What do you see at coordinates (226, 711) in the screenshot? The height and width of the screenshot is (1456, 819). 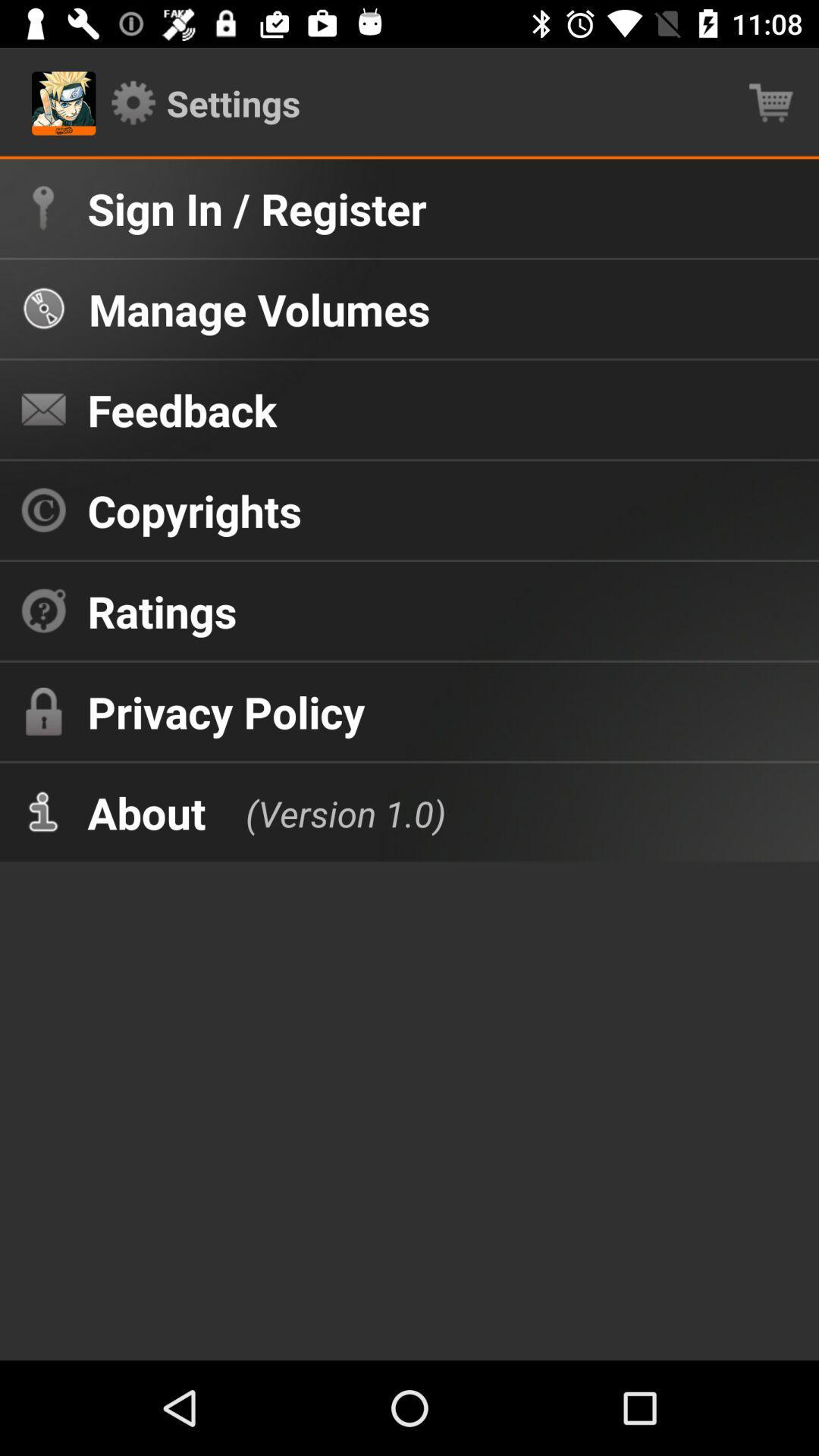 I see `icon above about item` at bounding box center [226, 711].